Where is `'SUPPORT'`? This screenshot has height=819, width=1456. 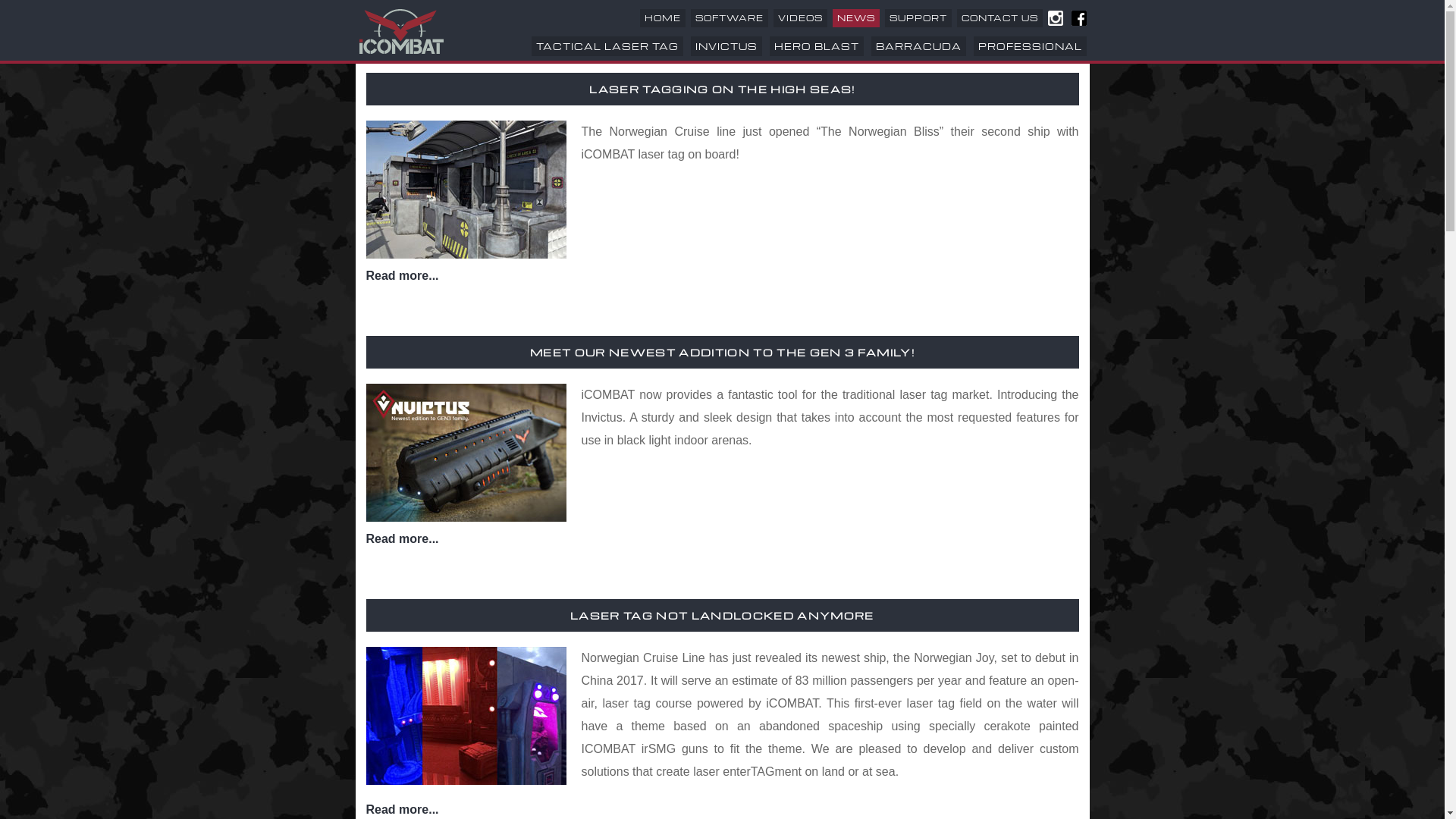
'SUPPORT' is located at coordinates (917, 17).